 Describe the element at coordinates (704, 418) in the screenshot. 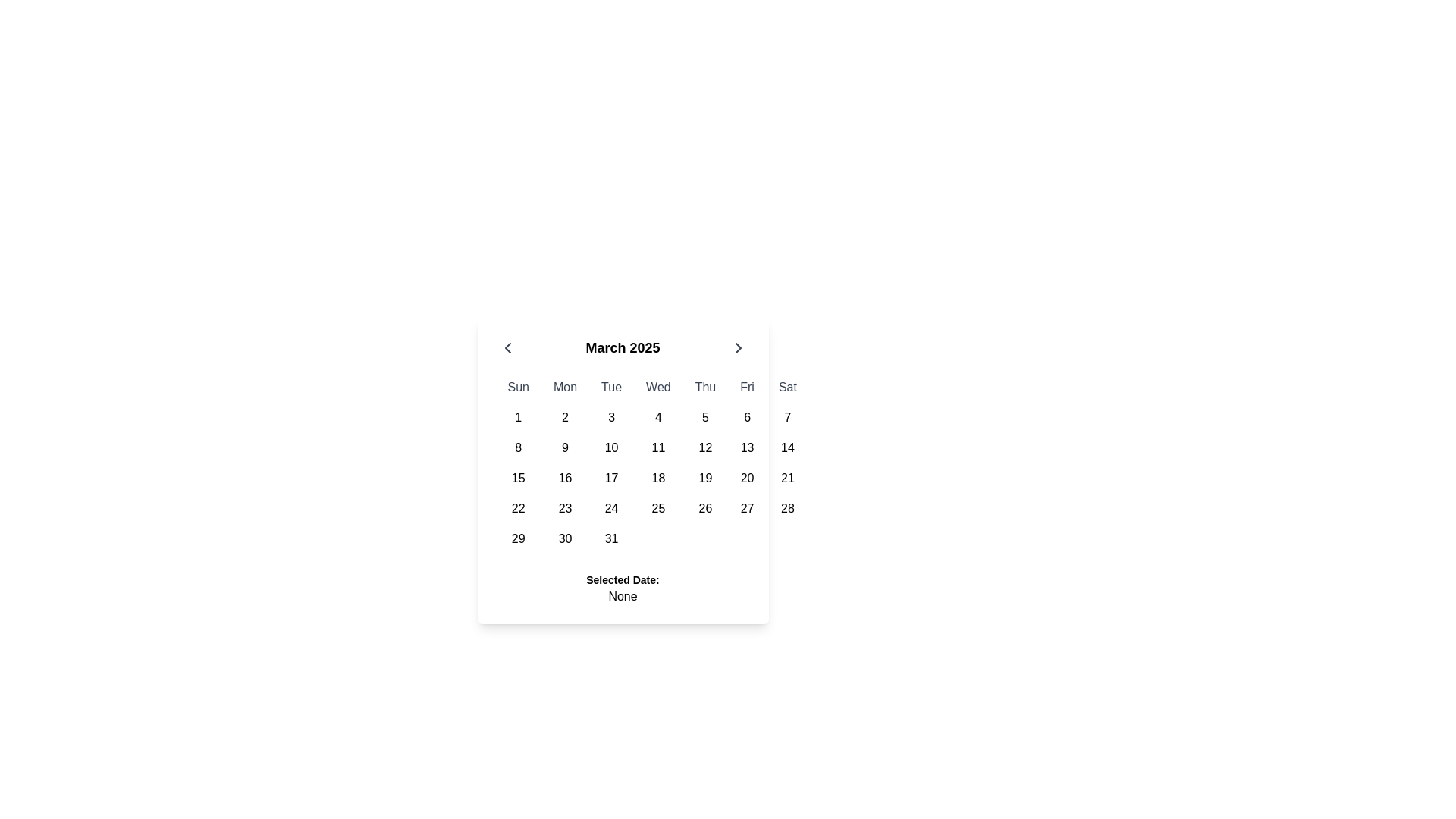

I see `the rectangular button with a white background and black text displaying the number '5'` at that location.